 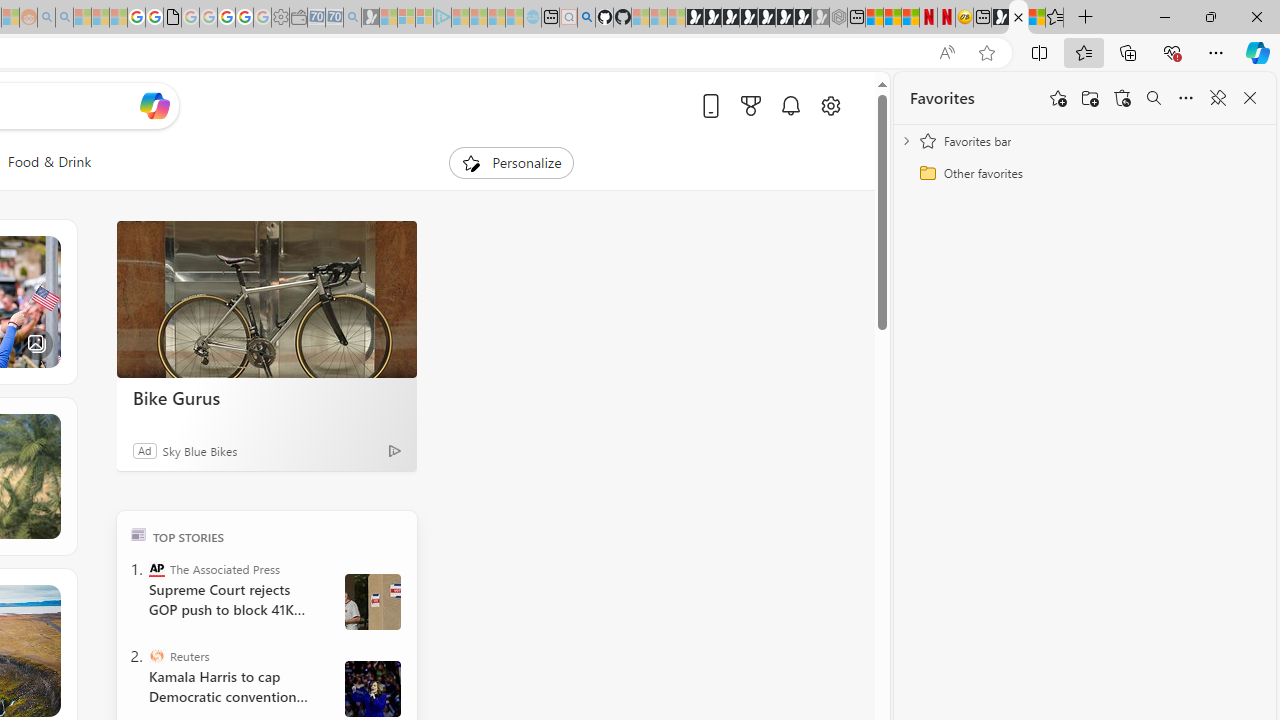 I want to click on 'Restore deleted favorites', so click(x=1122, y=98).